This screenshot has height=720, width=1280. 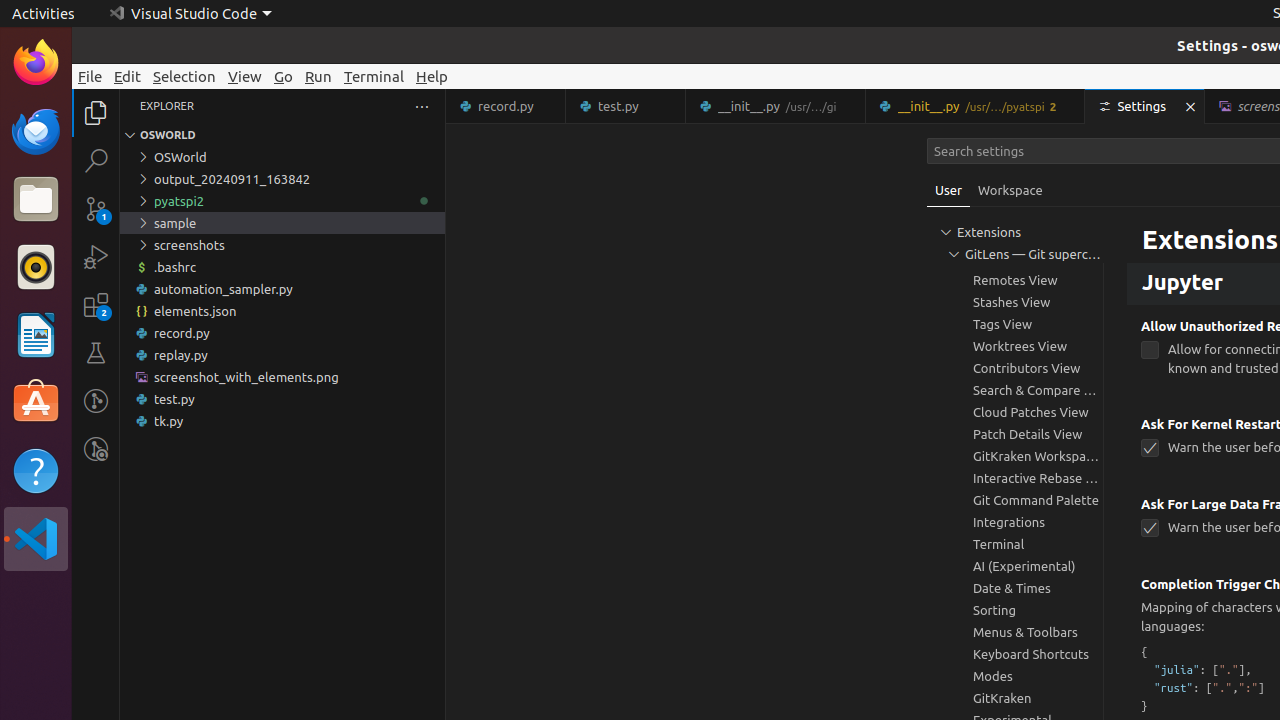 I want to click on 'User', so click(x=947, y=190).